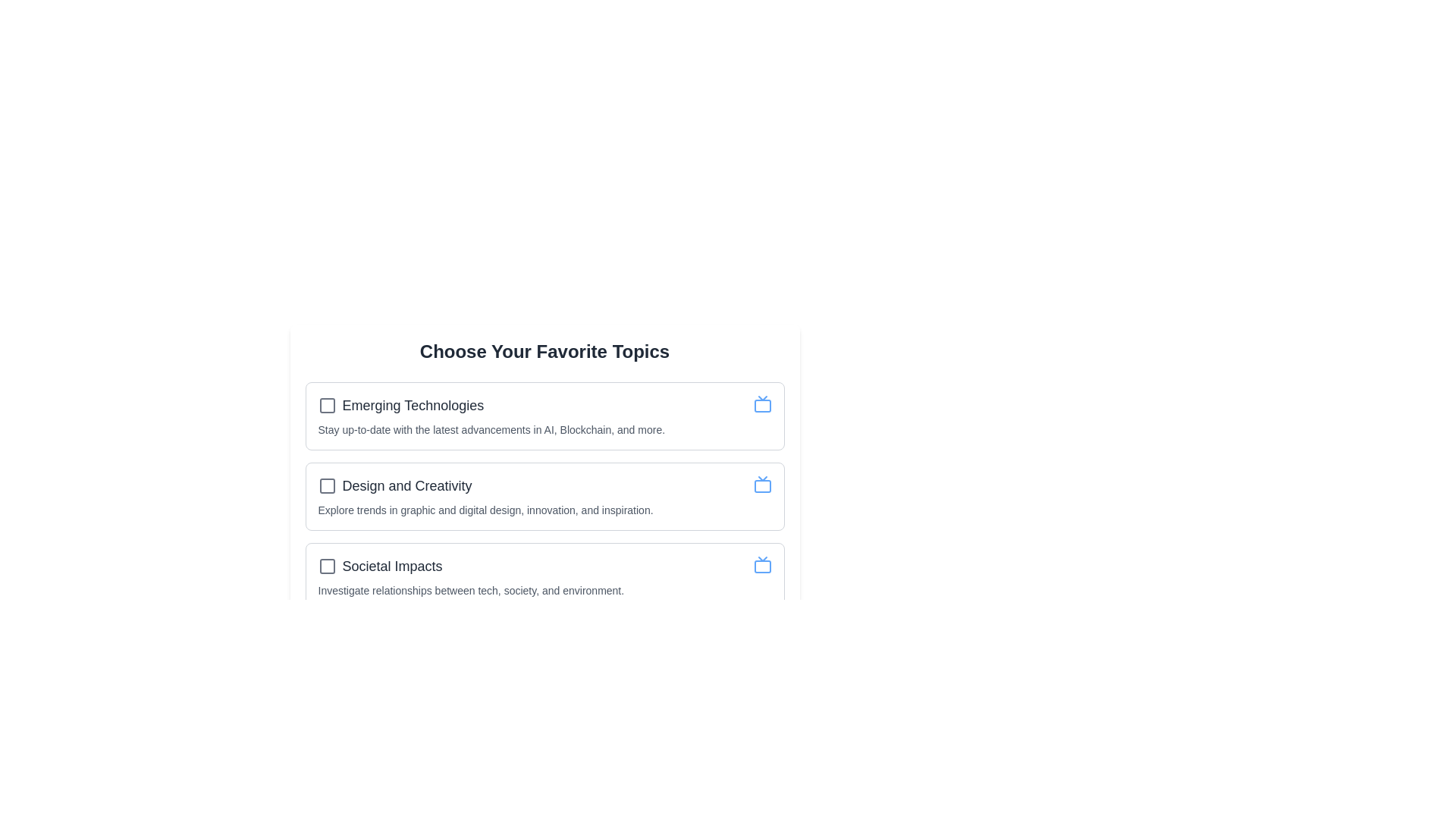  What do you see at coordinates (326, 566) in the screenshot?
I see `the SVG rectangle indicating the unchecked state of the checkbox for 'Societal Impacts'` at bounding box center [326, 566].